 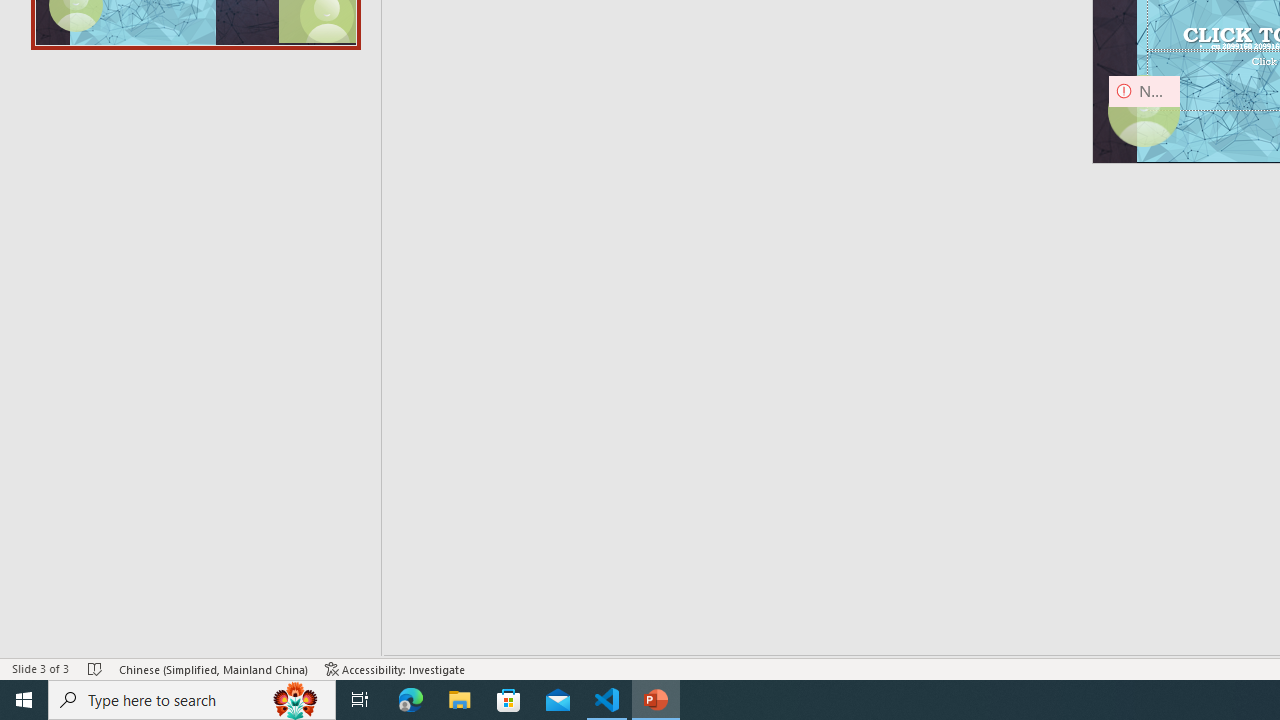 What do you see at coordinates (1144, 111) in the screenshot?
I see `'Camera 9, No camera detected.'` at bounding box center [1144, 111].